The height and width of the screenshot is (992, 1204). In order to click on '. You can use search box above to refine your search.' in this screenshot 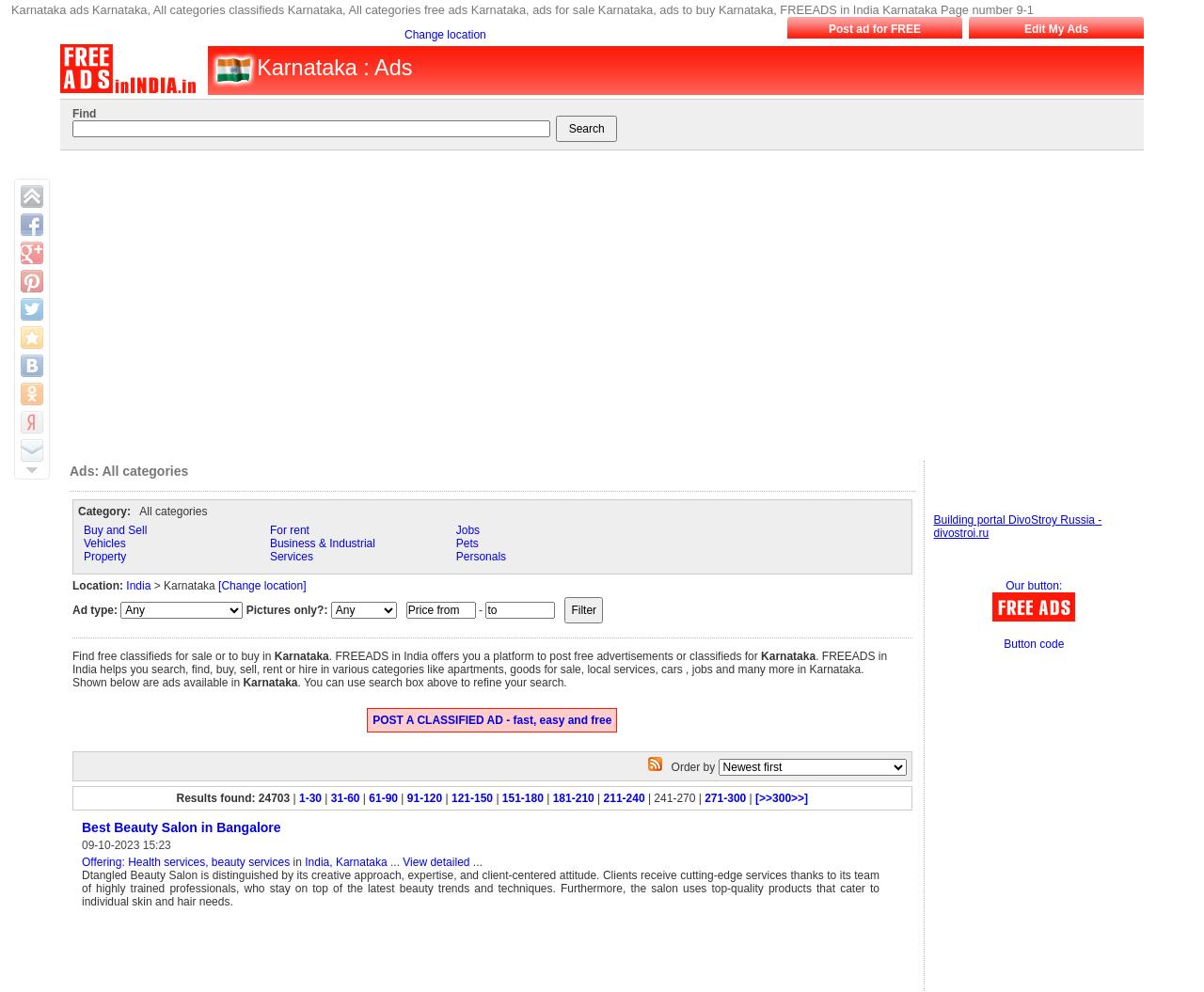, I will do `click(431, 683)`.